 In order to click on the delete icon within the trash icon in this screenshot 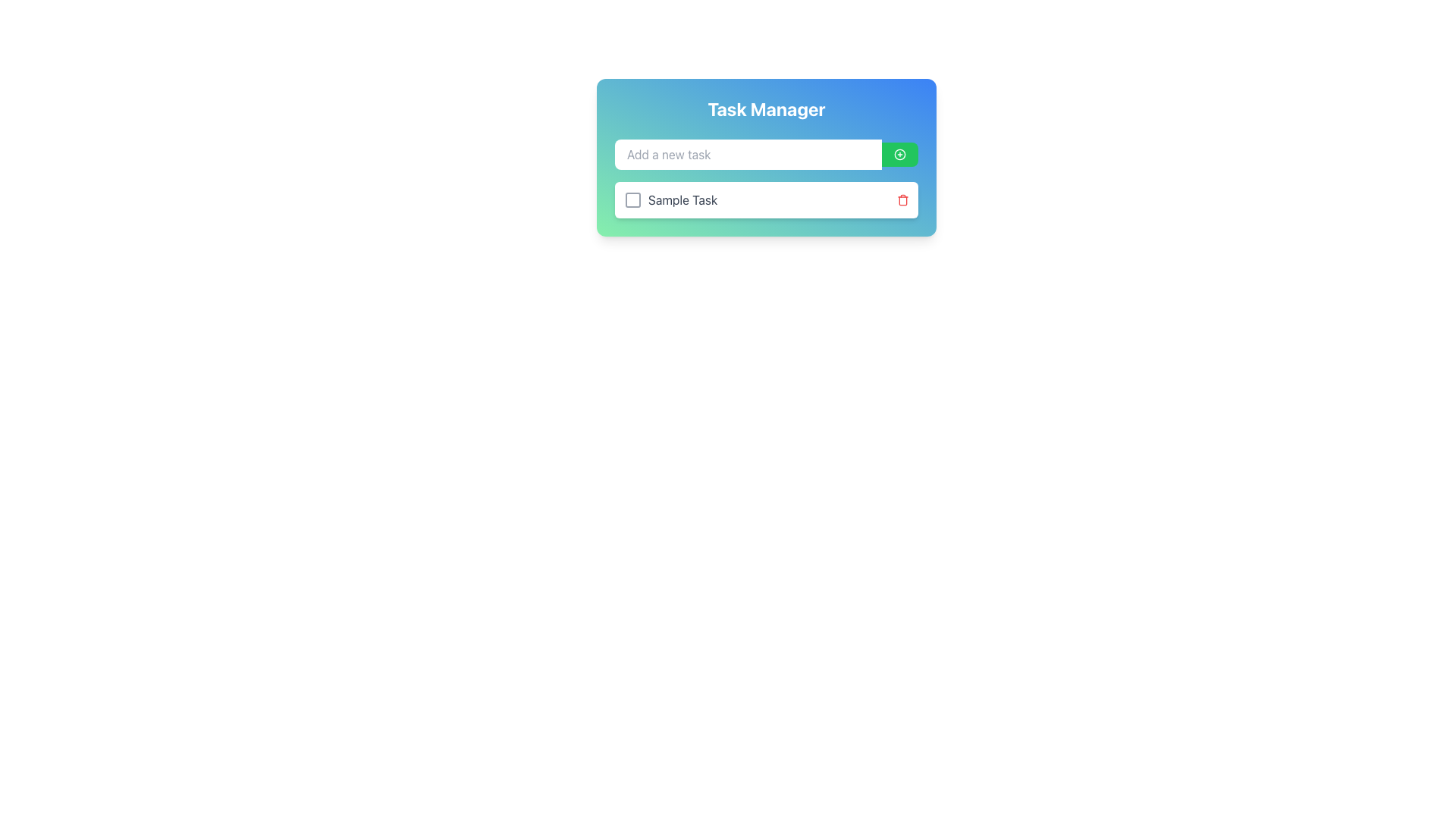, I will do `click(902, 200)`.